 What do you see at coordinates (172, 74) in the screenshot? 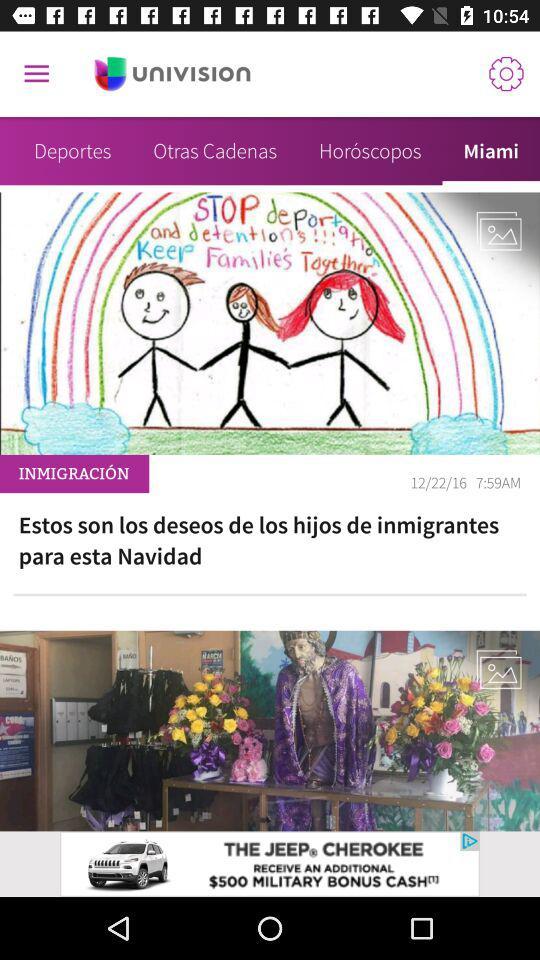
I see `advertisement page` at bounding box center [172, 74].